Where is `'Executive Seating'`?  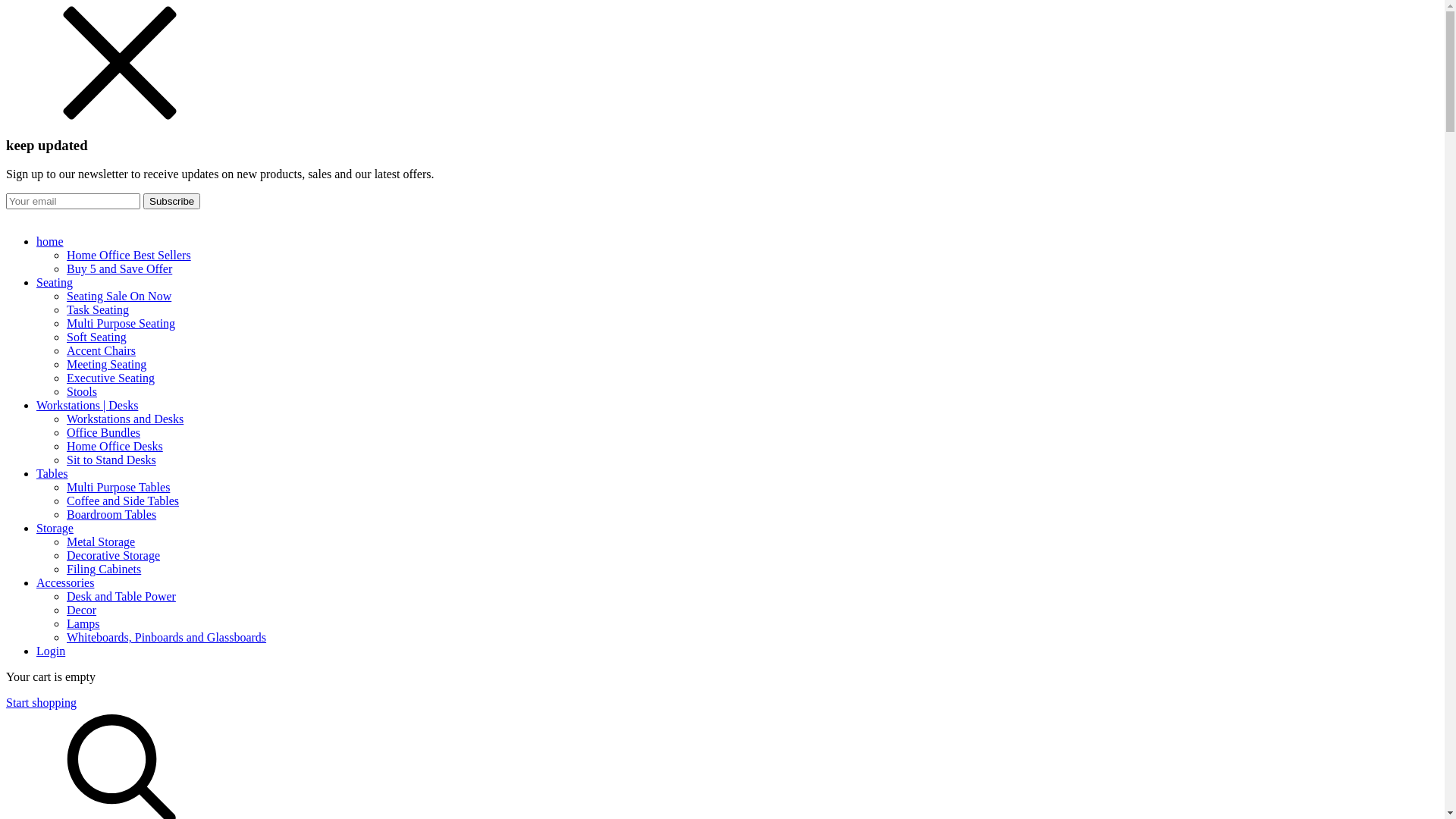 'Executive Seating' is located at coordinates (109, 377).